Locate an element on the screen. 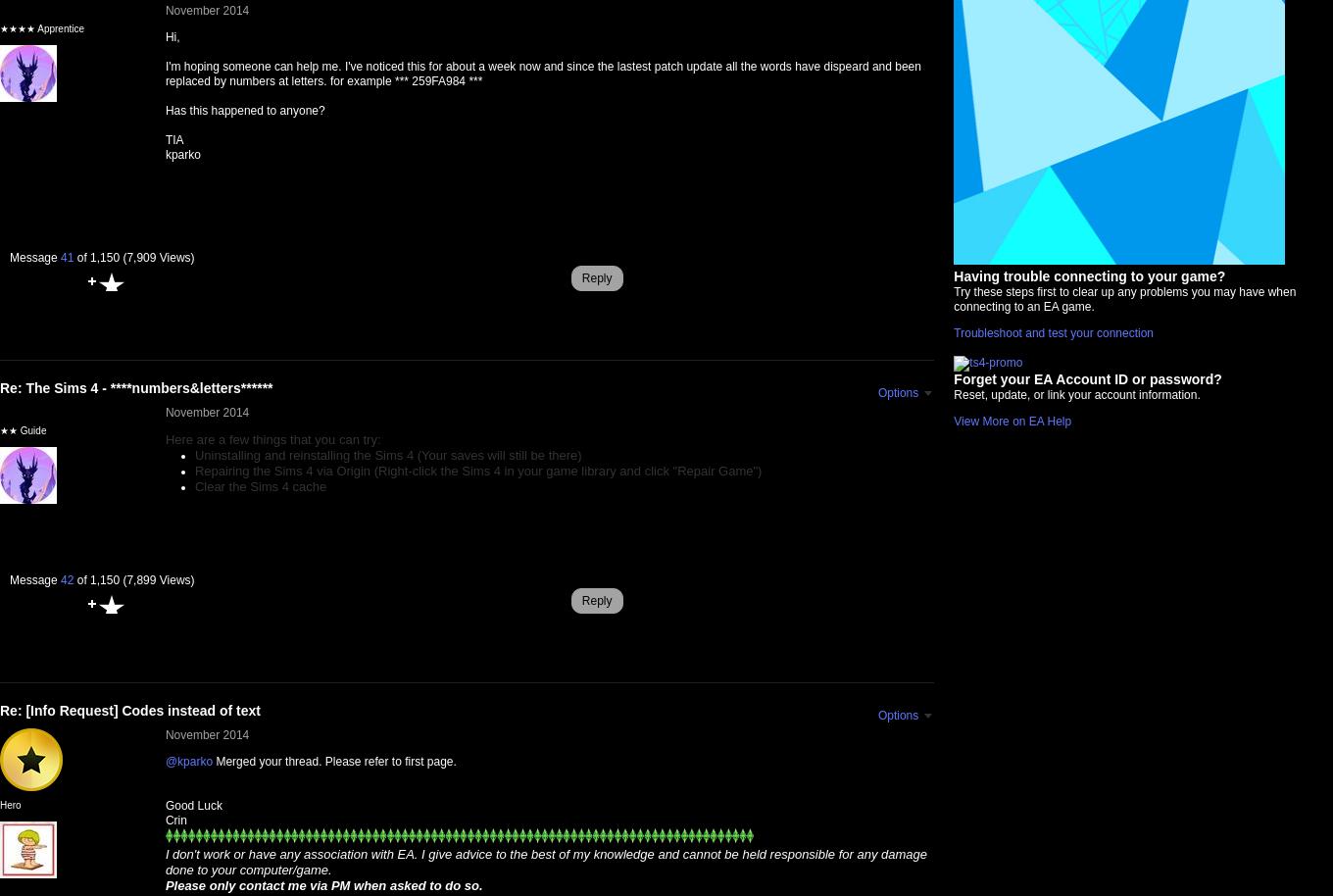  'Hero' is located at coordinates (10, 804).